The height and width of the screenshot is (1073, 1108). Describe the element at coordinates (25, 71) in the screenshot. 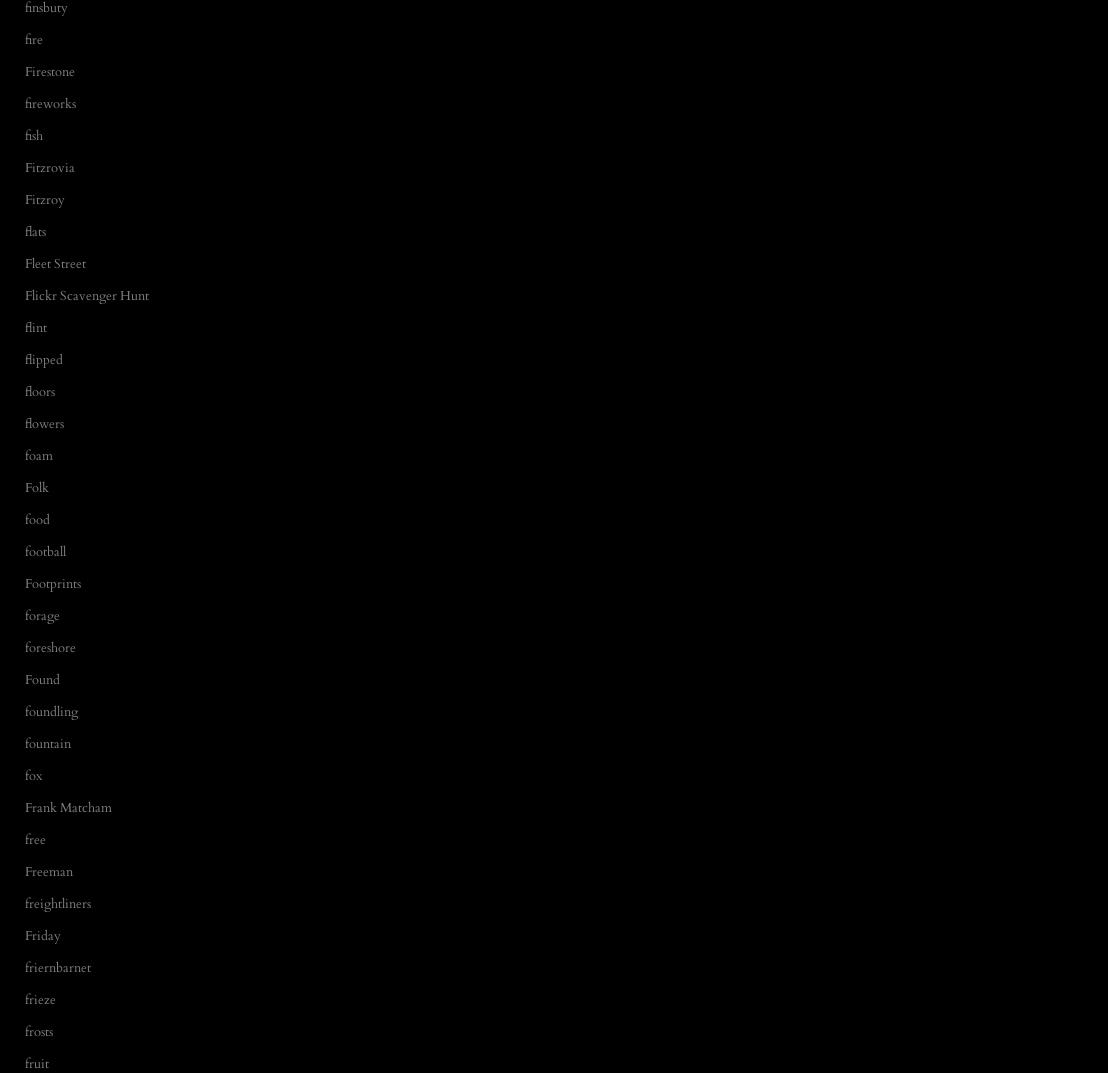

I see `'Firestone'` at that location.